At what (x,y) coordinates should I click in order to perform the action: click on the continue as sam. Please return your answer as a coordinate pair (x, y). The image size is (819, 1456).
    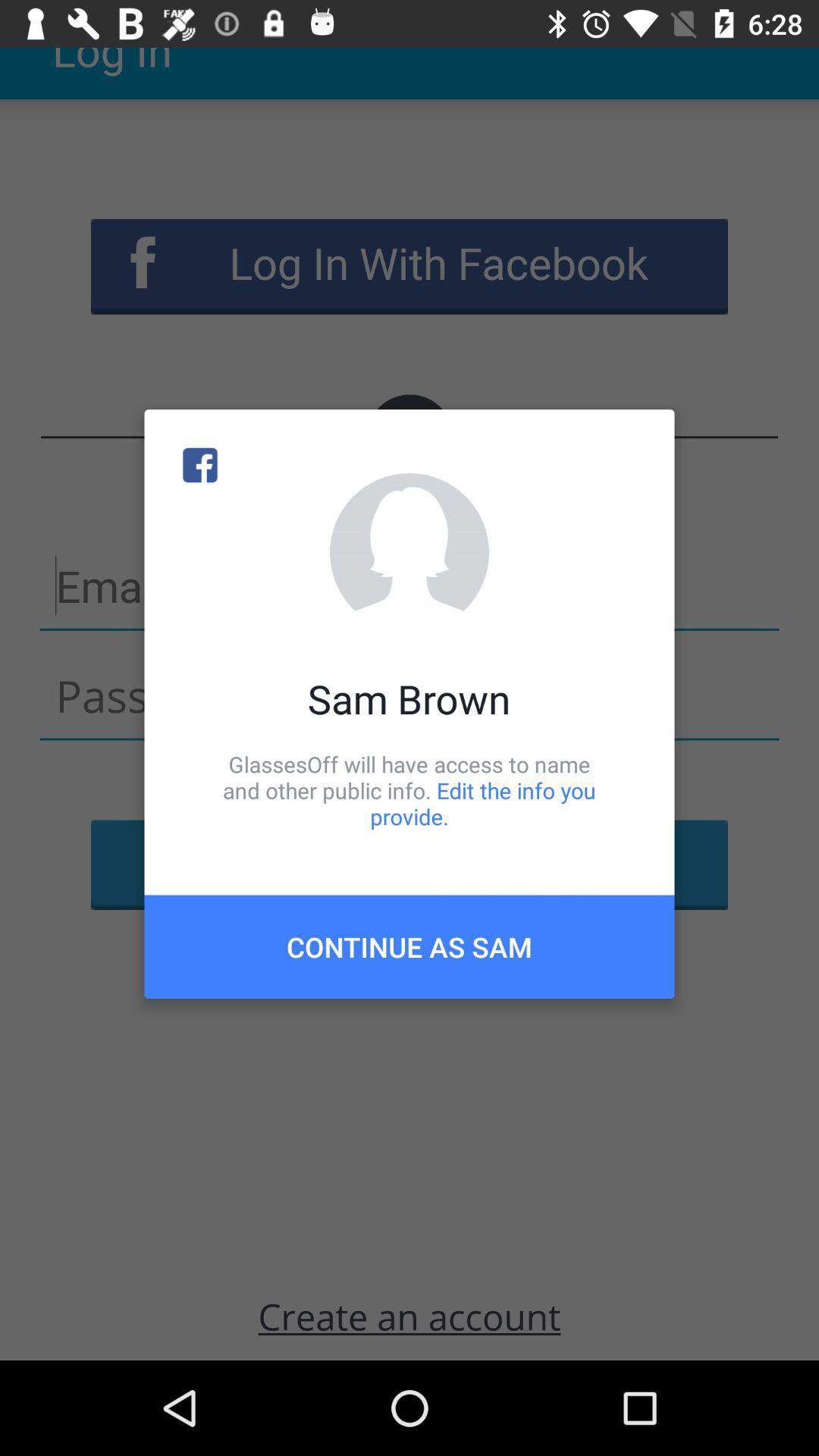
    Looking at the image, I should click on (409, 946).